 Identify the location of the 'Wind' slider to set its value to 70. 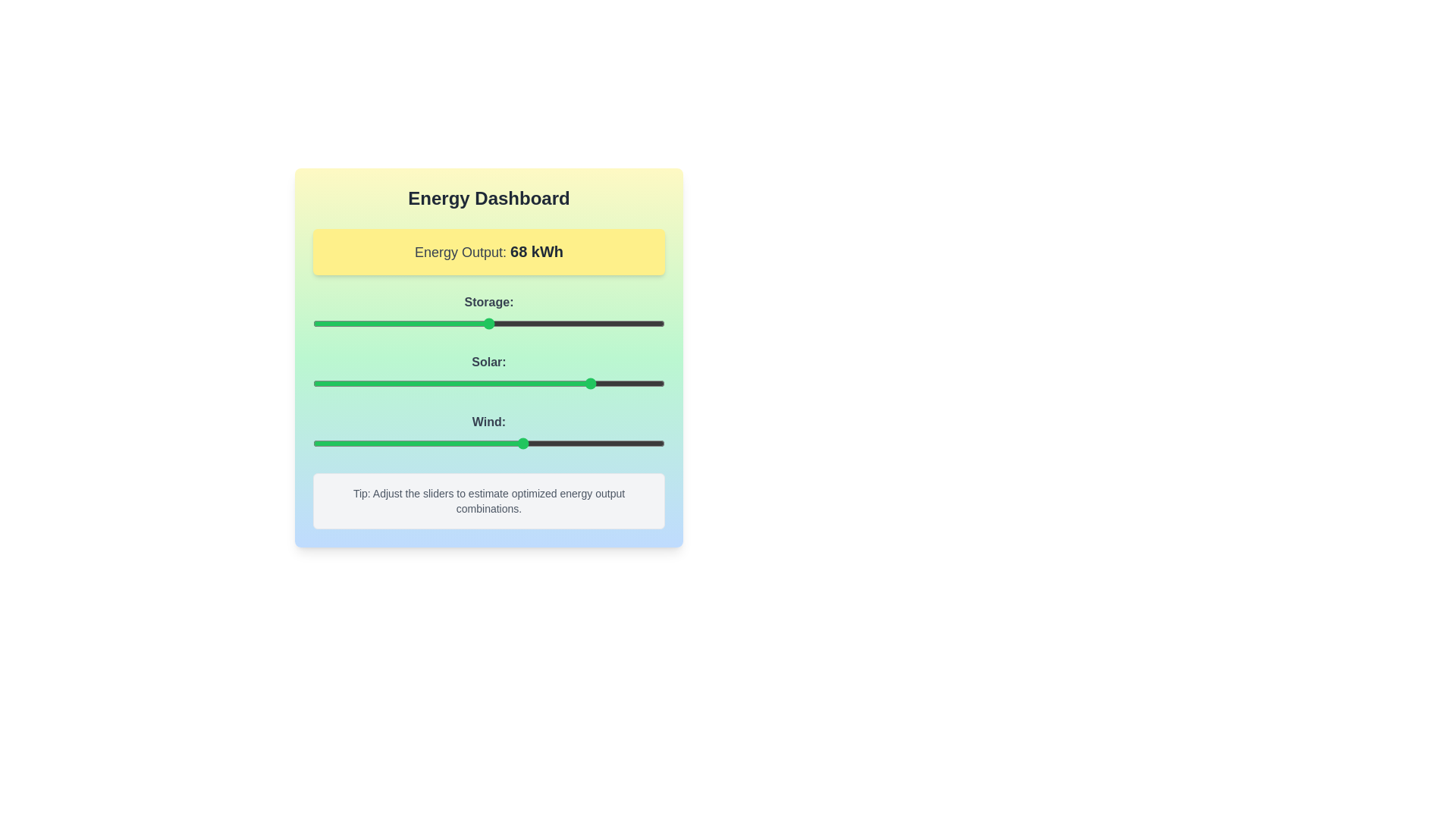
(558, 444).